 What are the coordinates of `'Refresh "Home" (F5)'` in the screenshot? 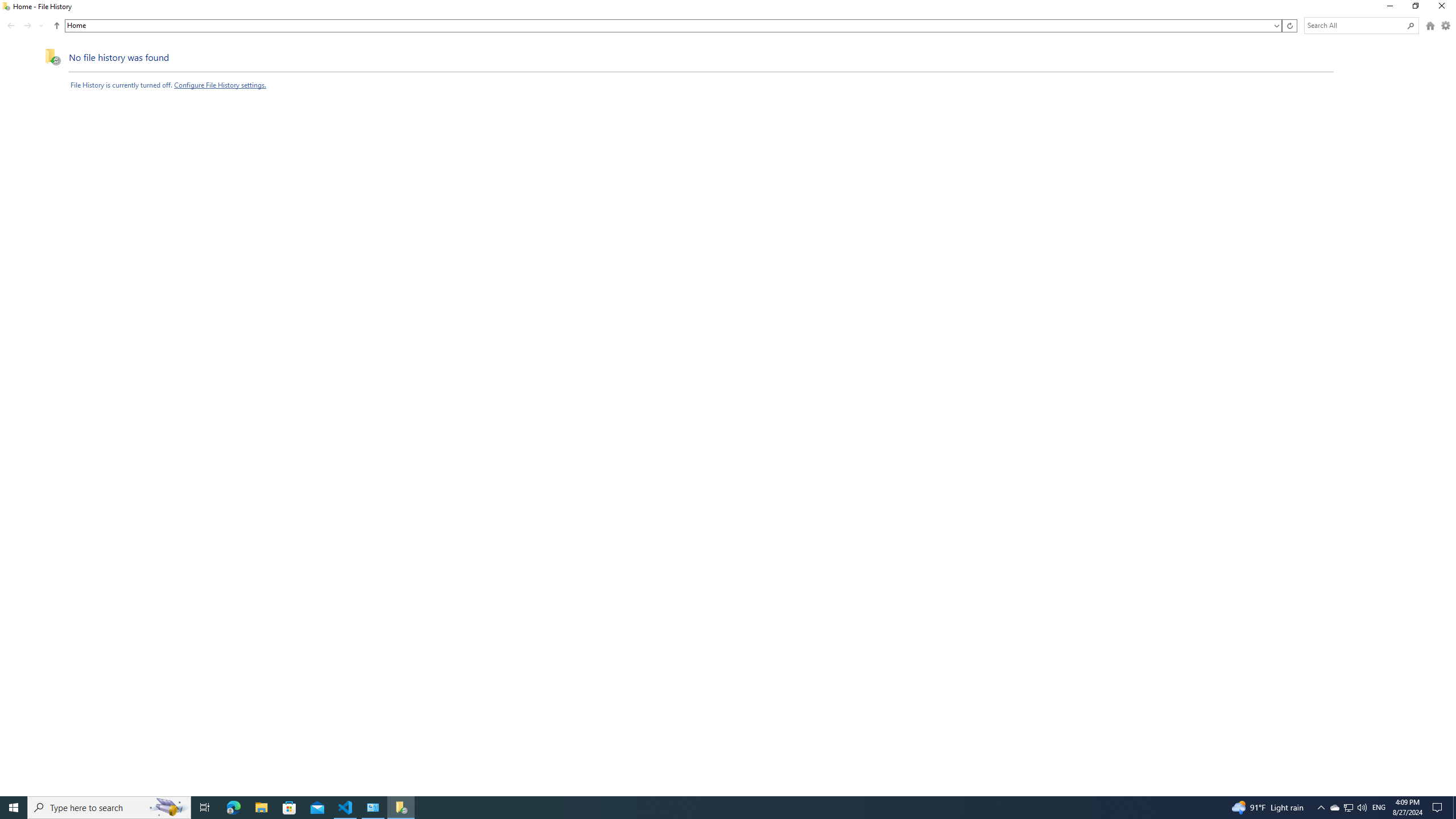 It's located at (1289, 26).